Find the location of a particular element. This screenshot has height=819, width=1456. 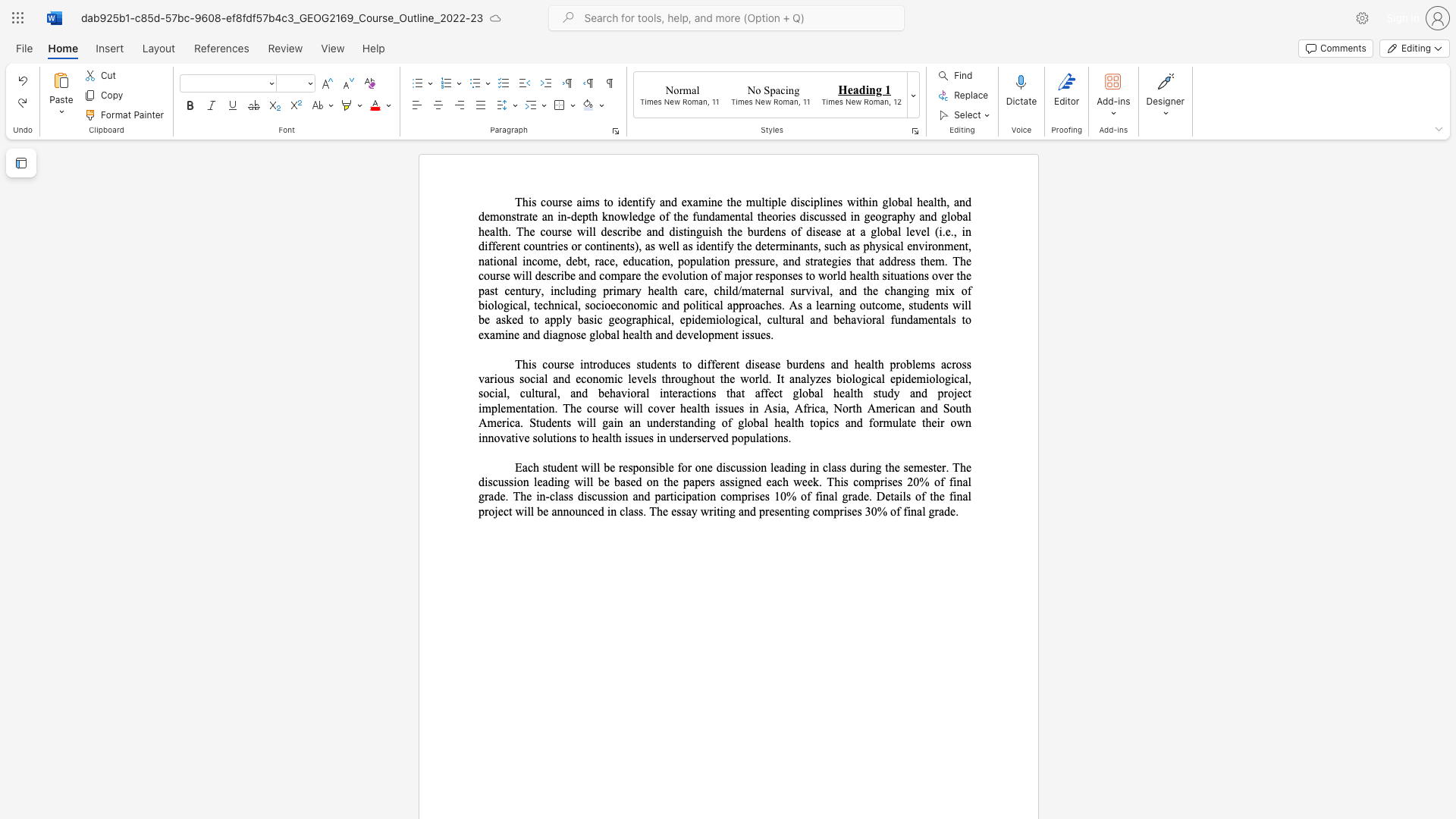

the subset text "issues." within the text "geographical, epidemiological, cultural and behavioral fundamentals to examine and diagnose global health and development issues." is located at coordinates (742, 334).